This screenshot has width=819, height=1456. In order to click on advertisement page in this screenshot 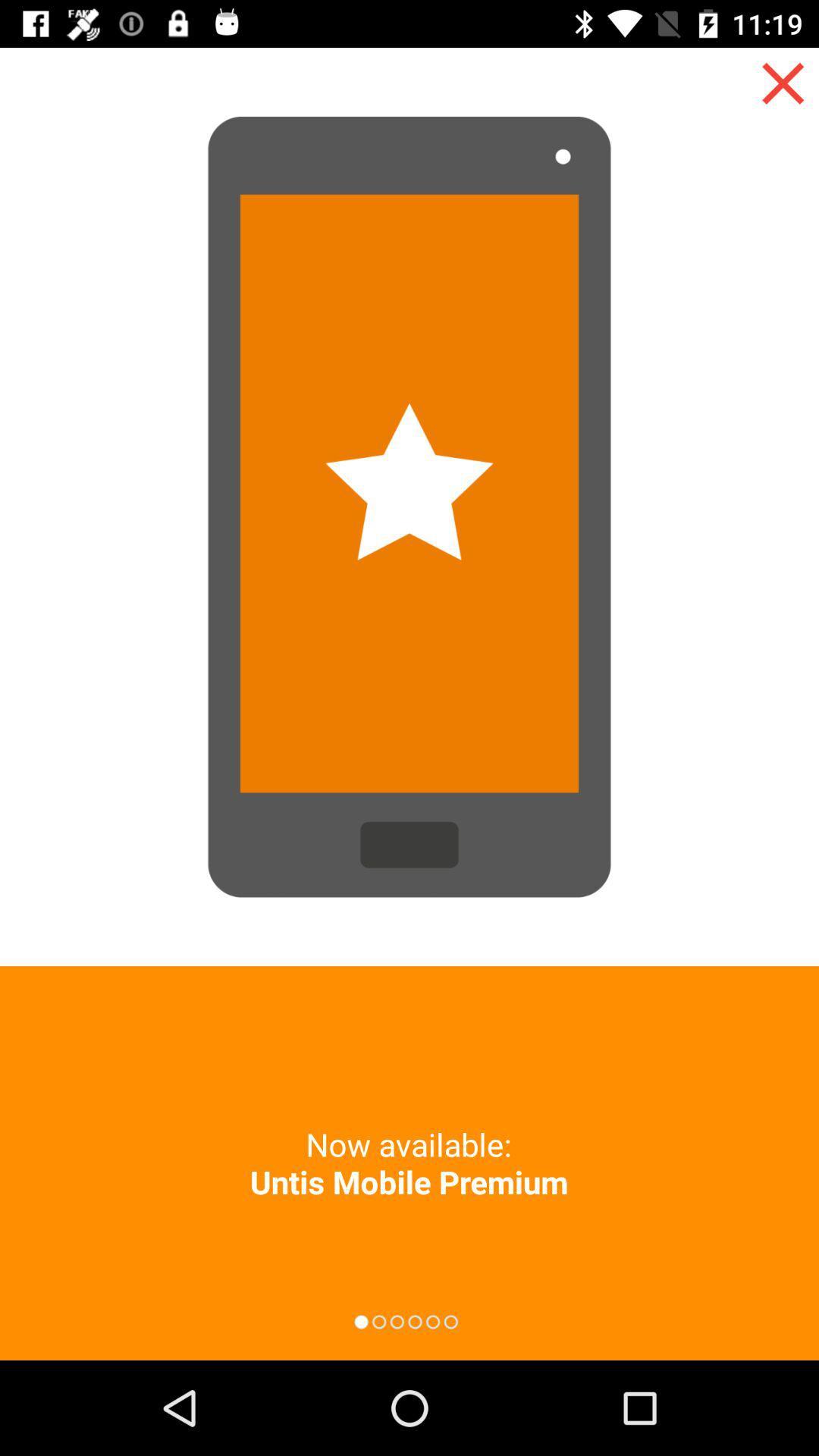, I will do `click(783, 83)`.